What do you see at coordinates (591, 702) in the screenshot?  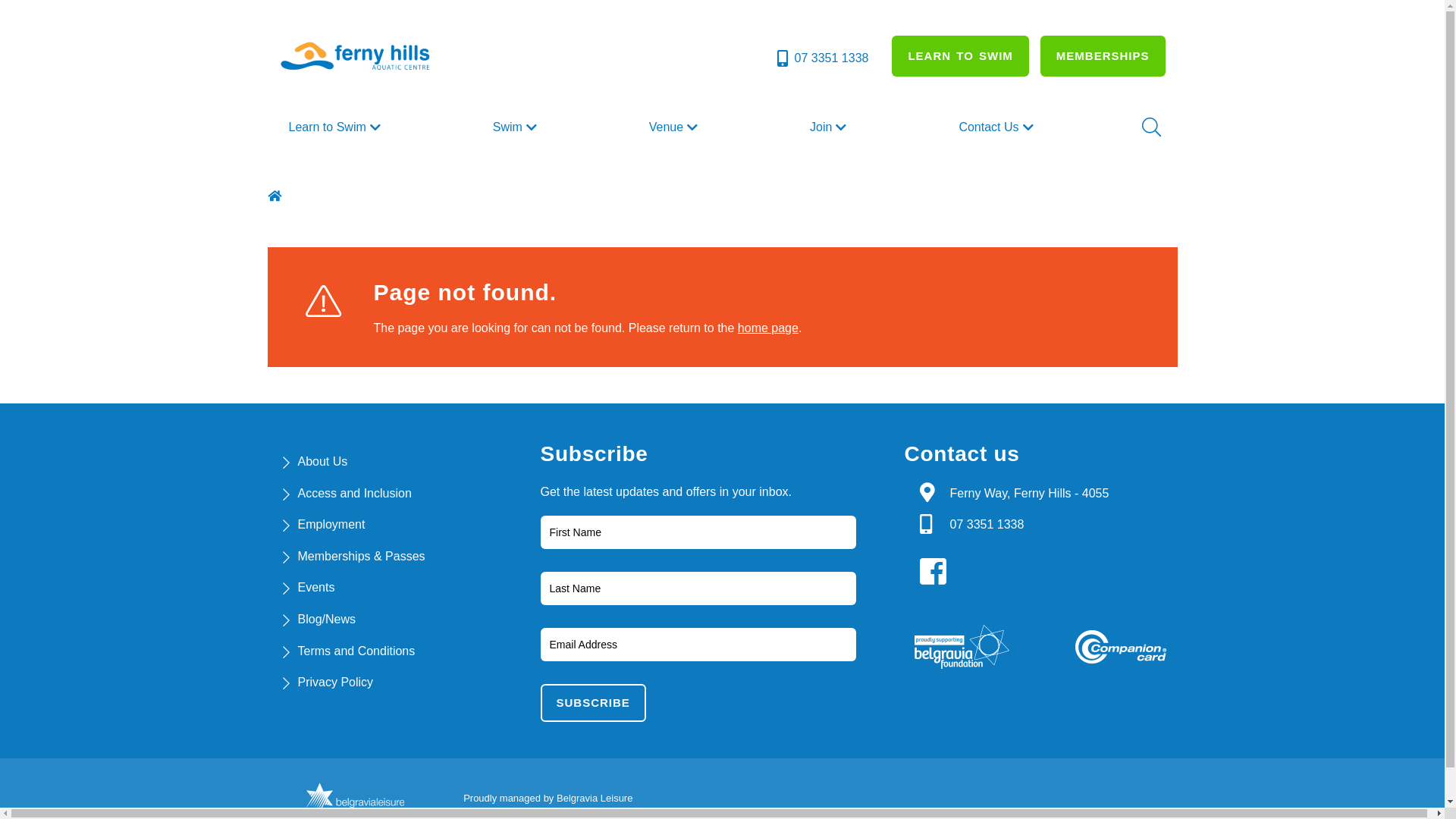 I see `'subscribe'` at bounding box center [591, 702].